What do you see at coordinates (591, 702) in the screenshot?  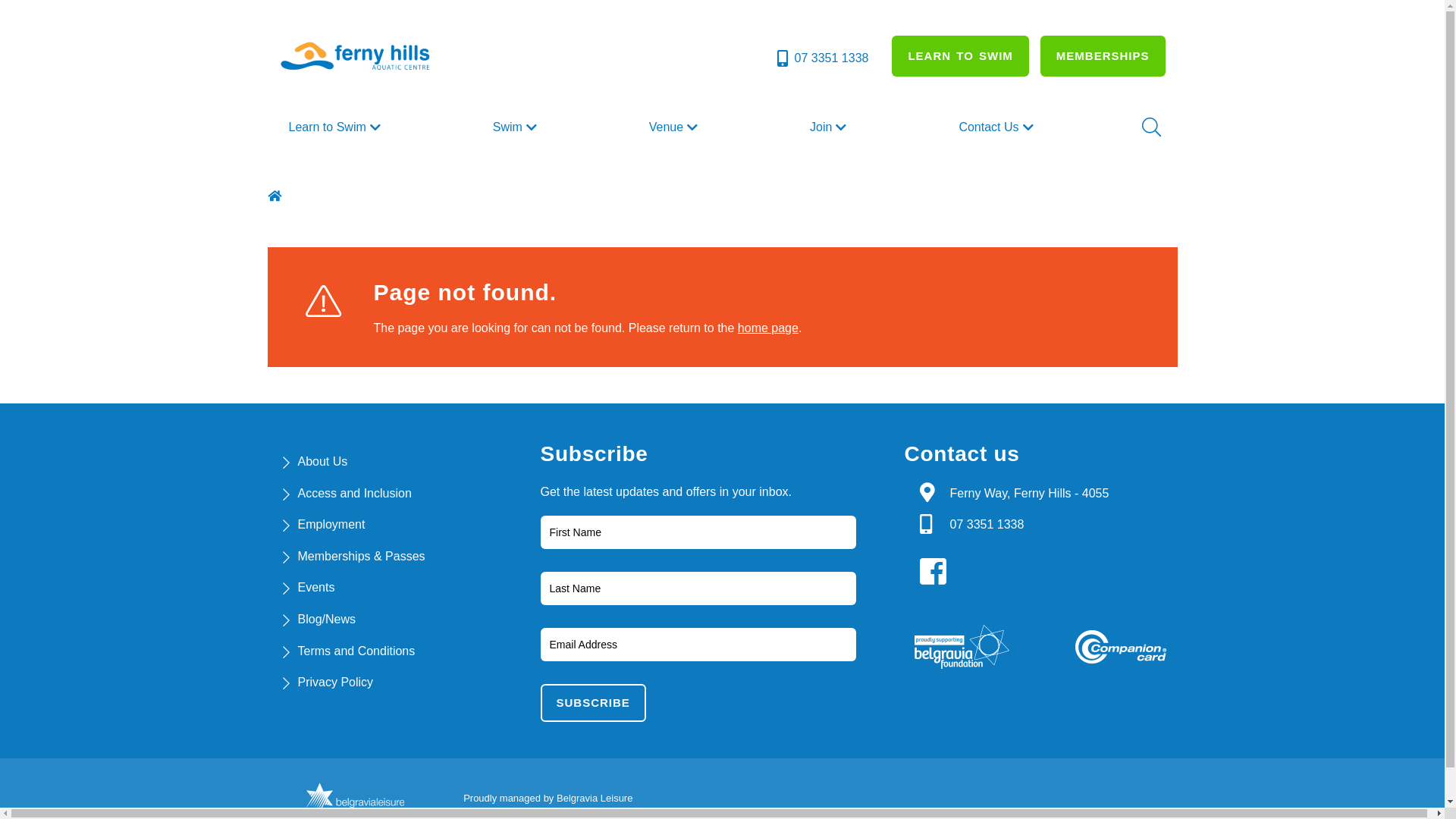 I see `'subscribe'` at bounding box center [591, 702].